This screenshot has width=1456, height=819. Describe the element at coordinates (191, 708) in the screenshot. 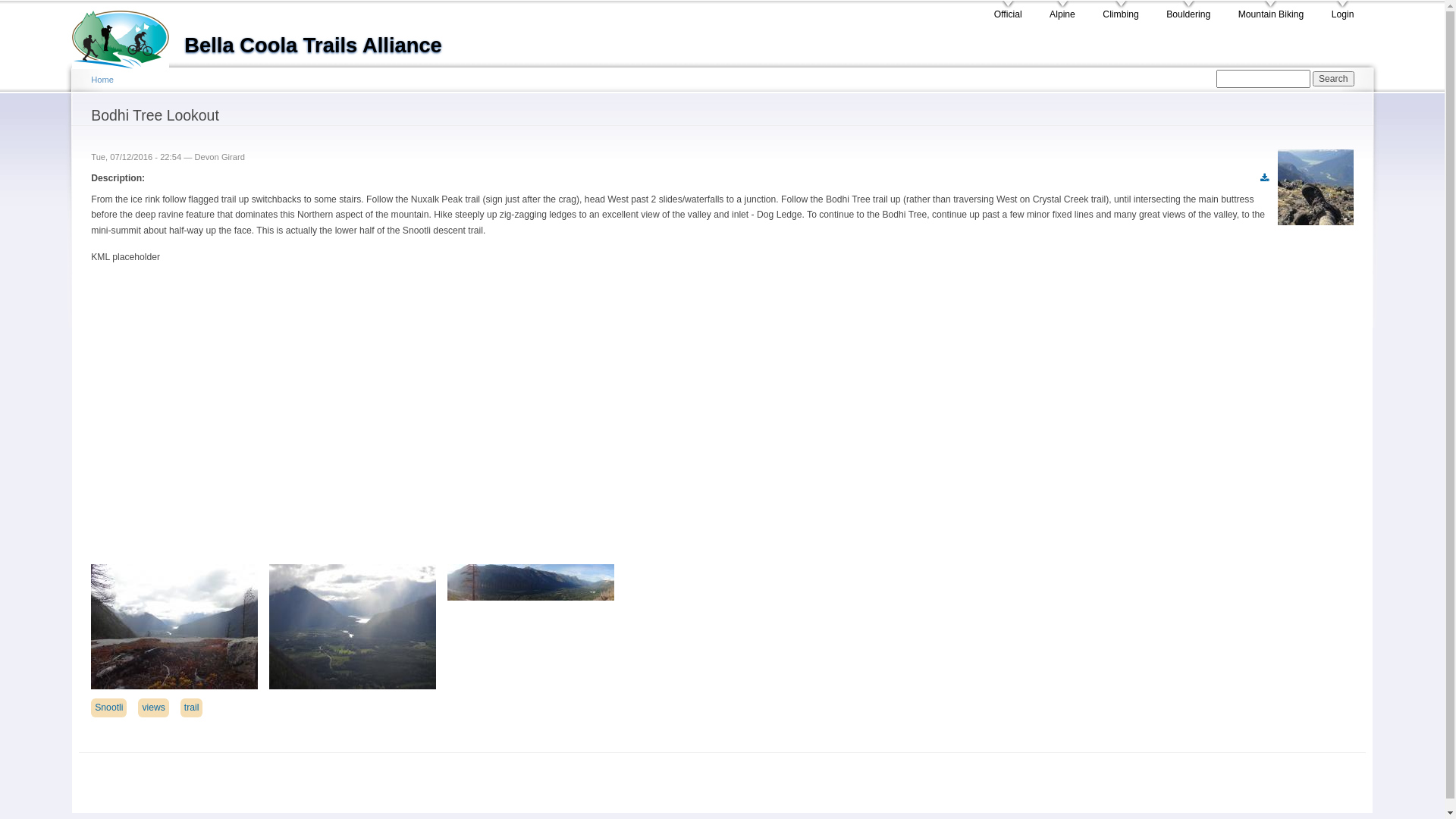

I see `'trail'` at that location.